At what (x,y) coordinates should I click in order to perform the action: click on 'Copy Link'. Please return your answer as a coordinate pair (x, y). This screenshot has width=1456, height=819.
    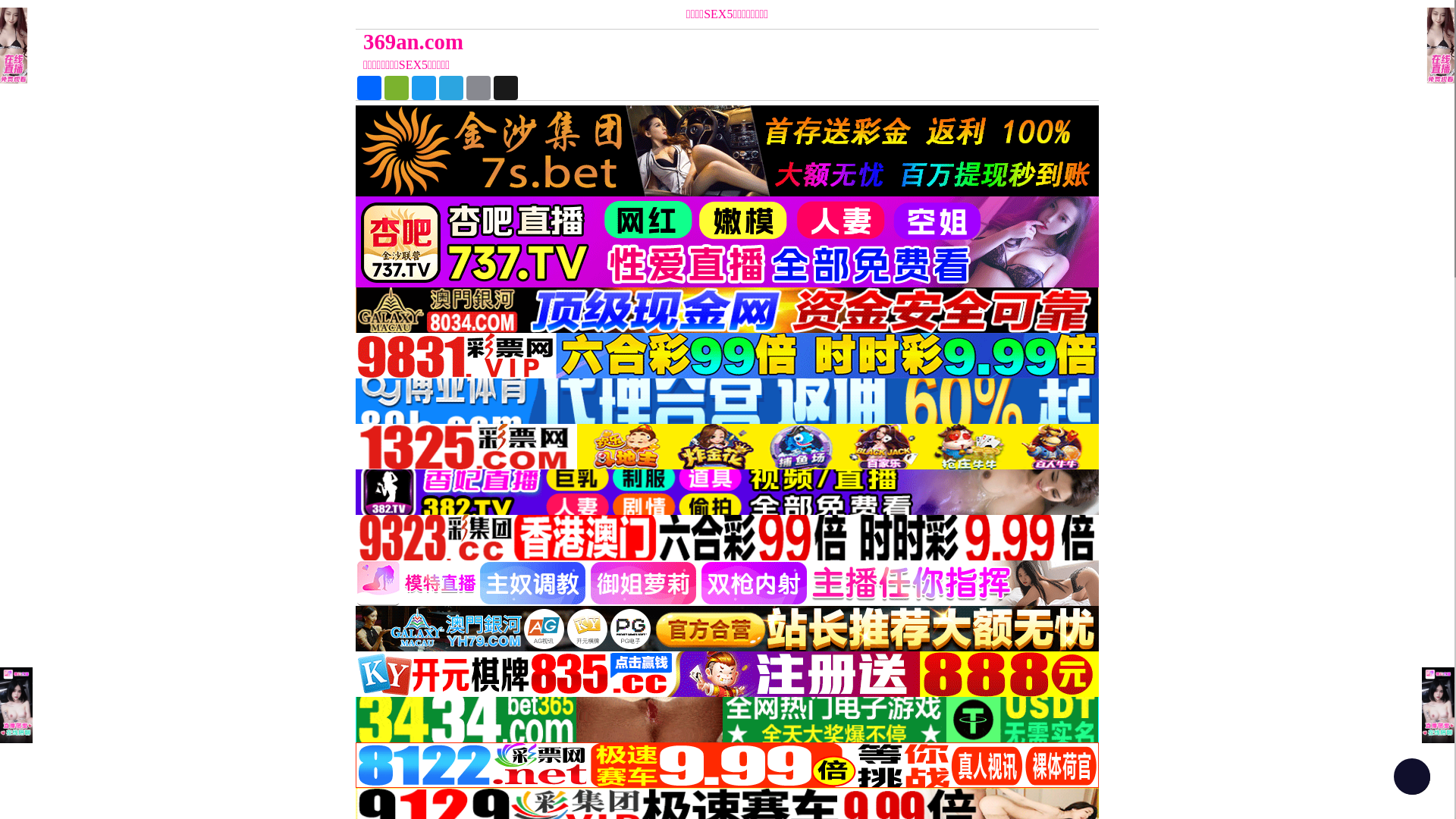
    Looking at the image, I should click on (464, 87).